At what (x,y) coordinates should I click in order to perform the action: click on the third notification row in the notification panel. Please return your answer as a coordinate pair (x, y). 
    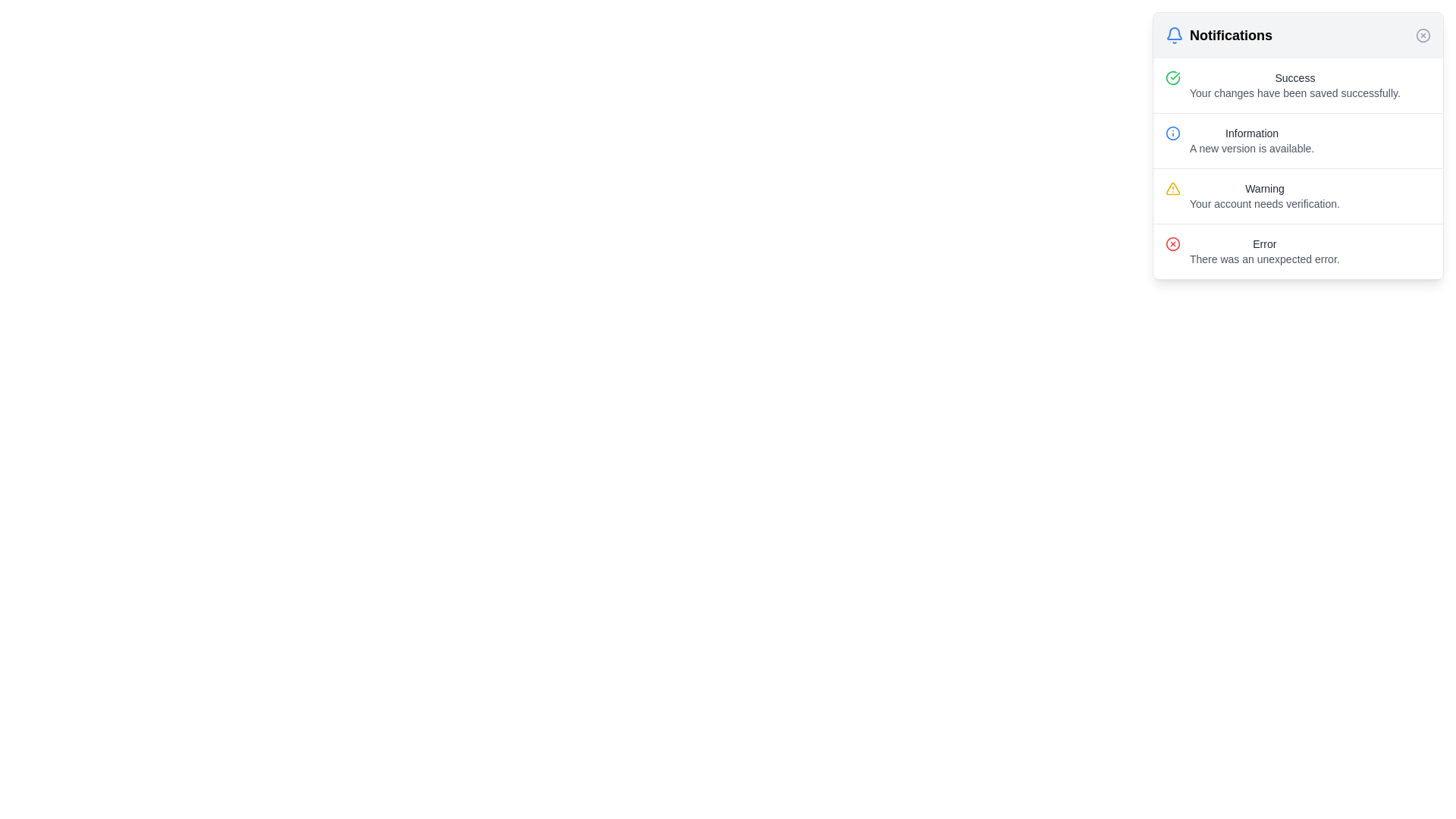
    Looking at the image, I should click on (1298, 195).